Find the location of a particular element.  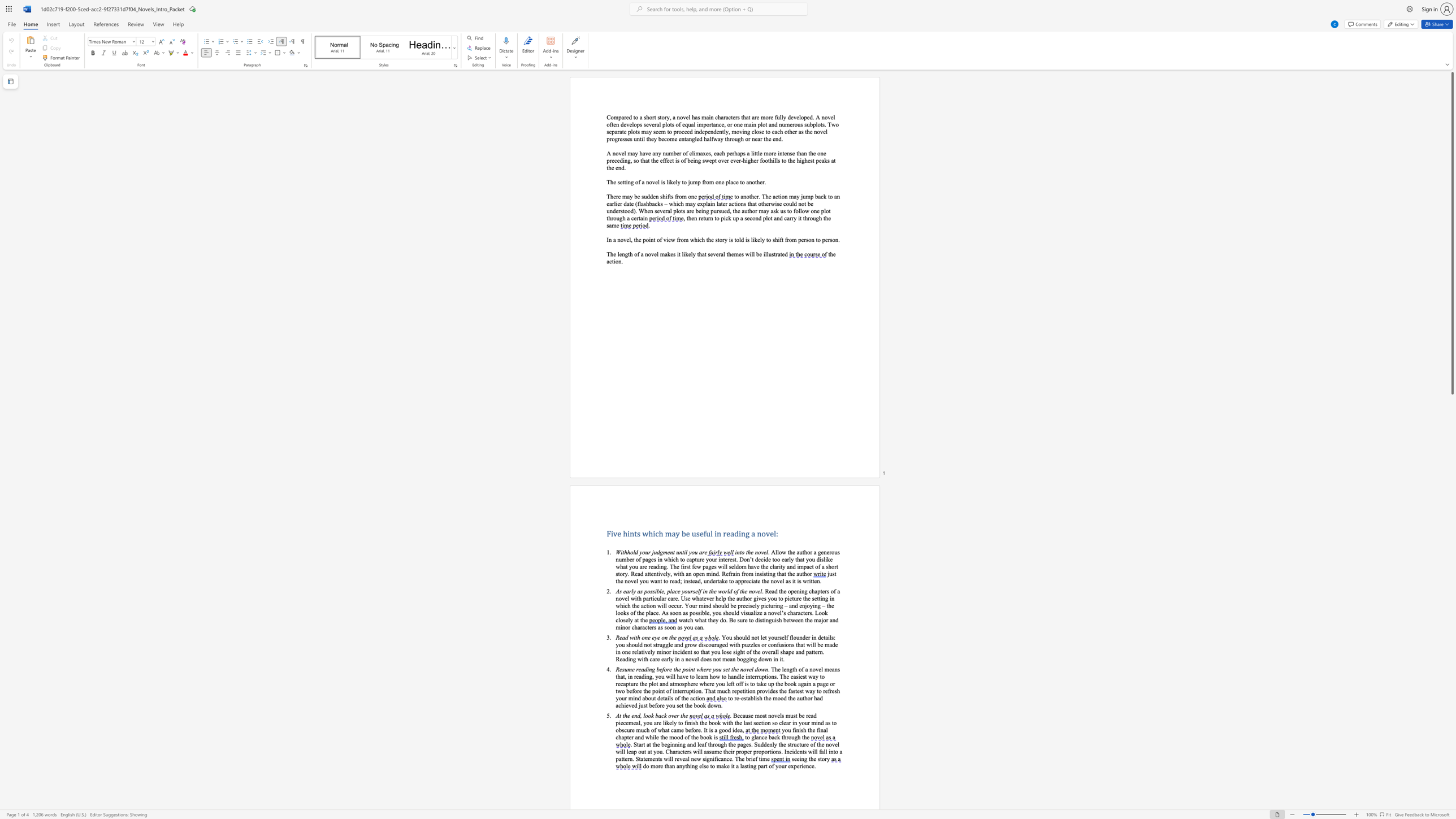

the subset text "book is" within the text "and while the mood of the book is" is located at coordinates (699, 736).